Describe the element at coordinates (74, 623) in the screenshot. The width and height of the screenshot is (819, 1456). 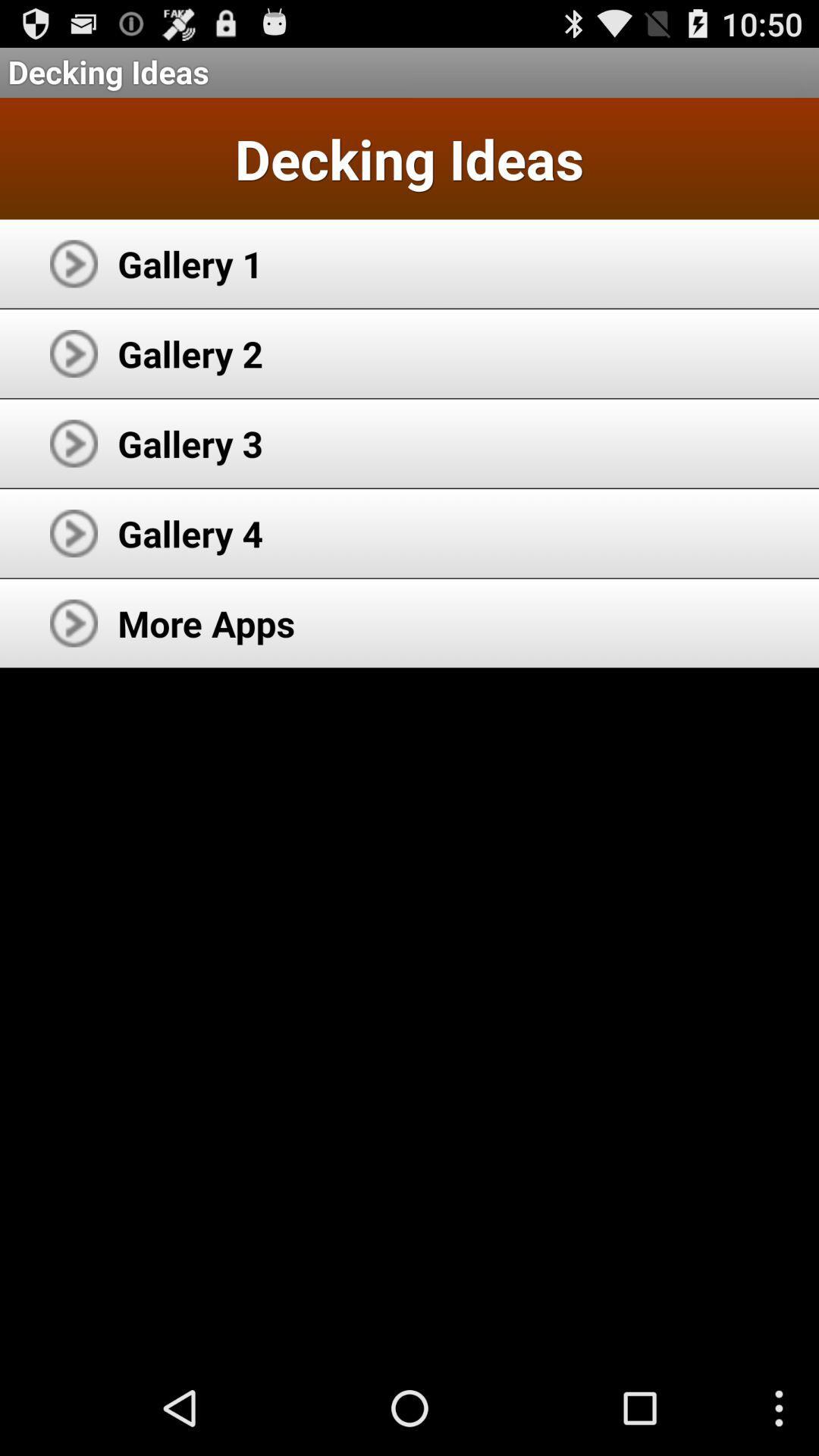
I see `the icon which is left to the more apps` at that location.